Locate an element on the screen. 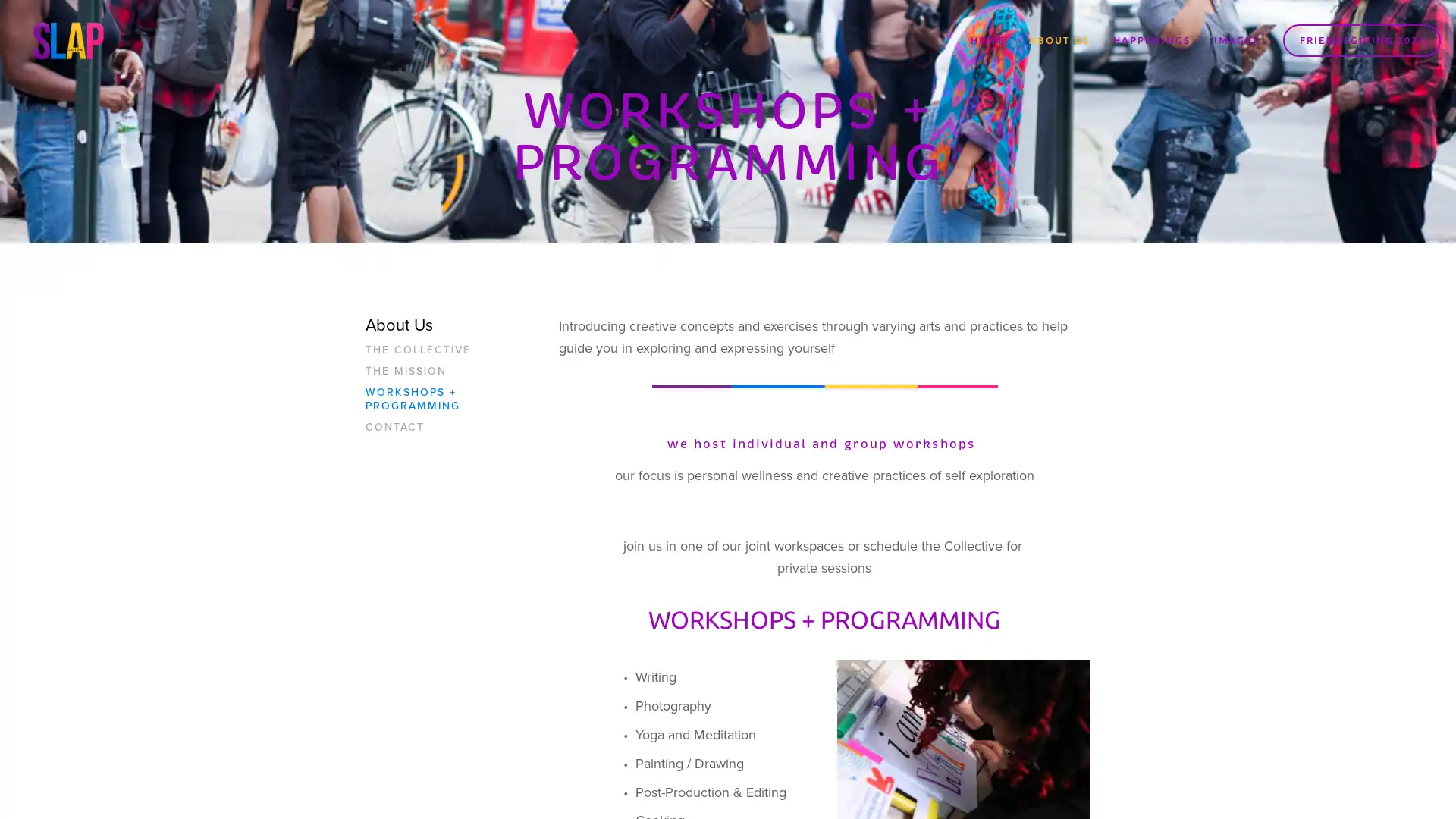 The width and height of the screenshot is (1456, 819). get mo' SLAP! is located at coordinates (822, 449).